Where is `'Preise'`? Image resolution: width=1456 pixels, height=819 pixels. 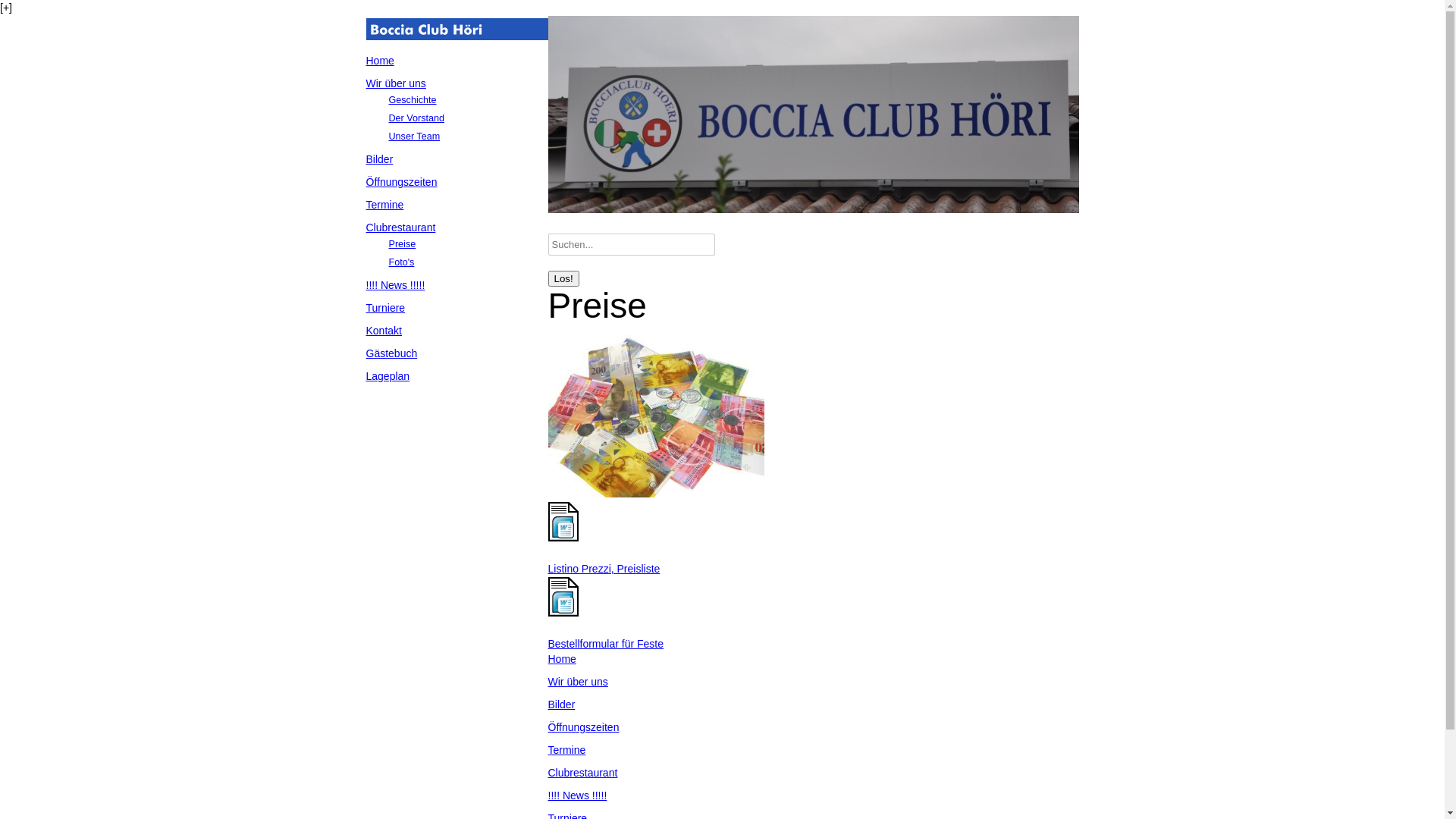
'Preise' is located at coordinates (401, 243).